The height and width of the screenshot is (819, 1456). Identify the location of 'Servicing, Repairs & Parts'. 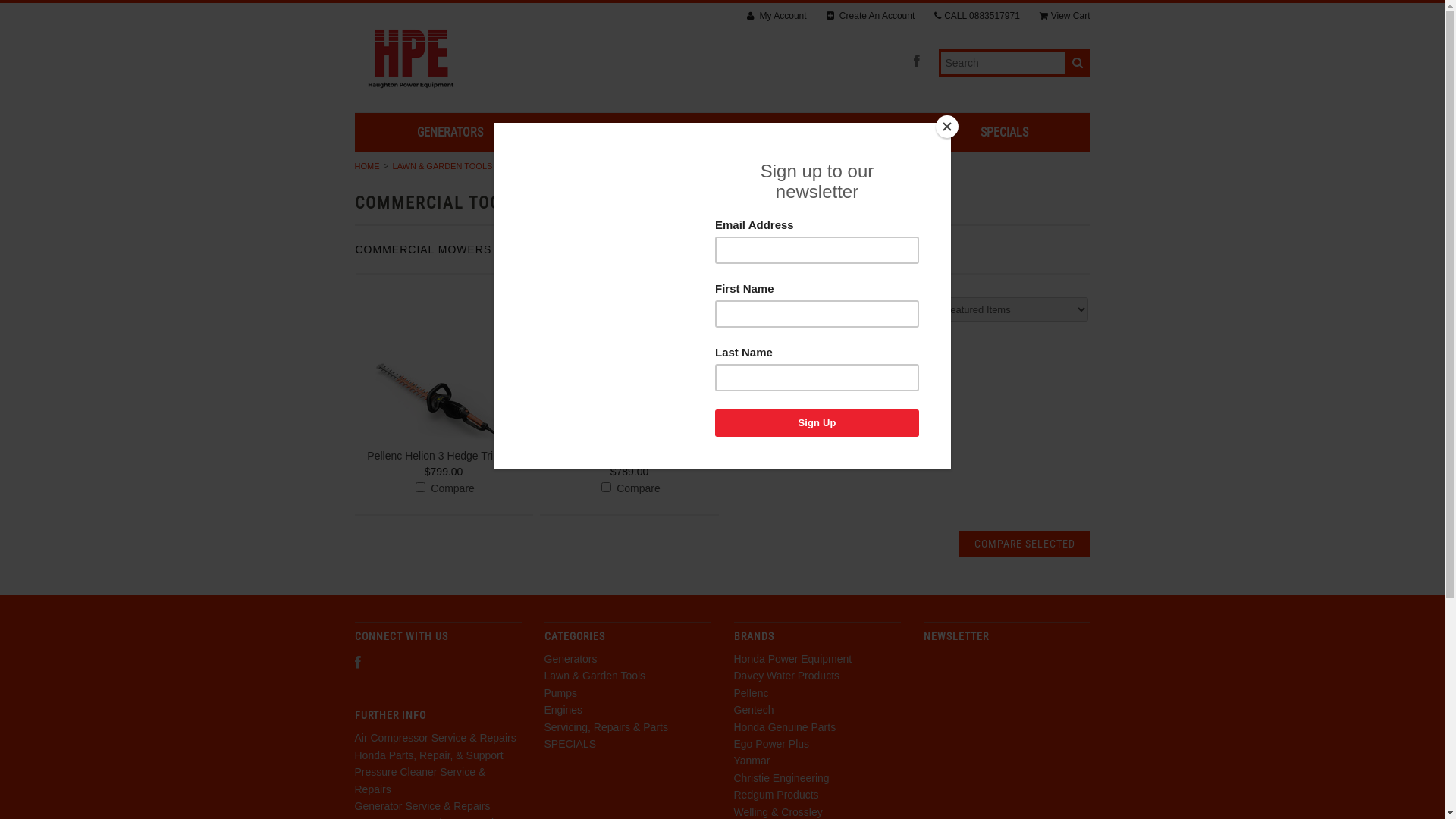
(605, 726).